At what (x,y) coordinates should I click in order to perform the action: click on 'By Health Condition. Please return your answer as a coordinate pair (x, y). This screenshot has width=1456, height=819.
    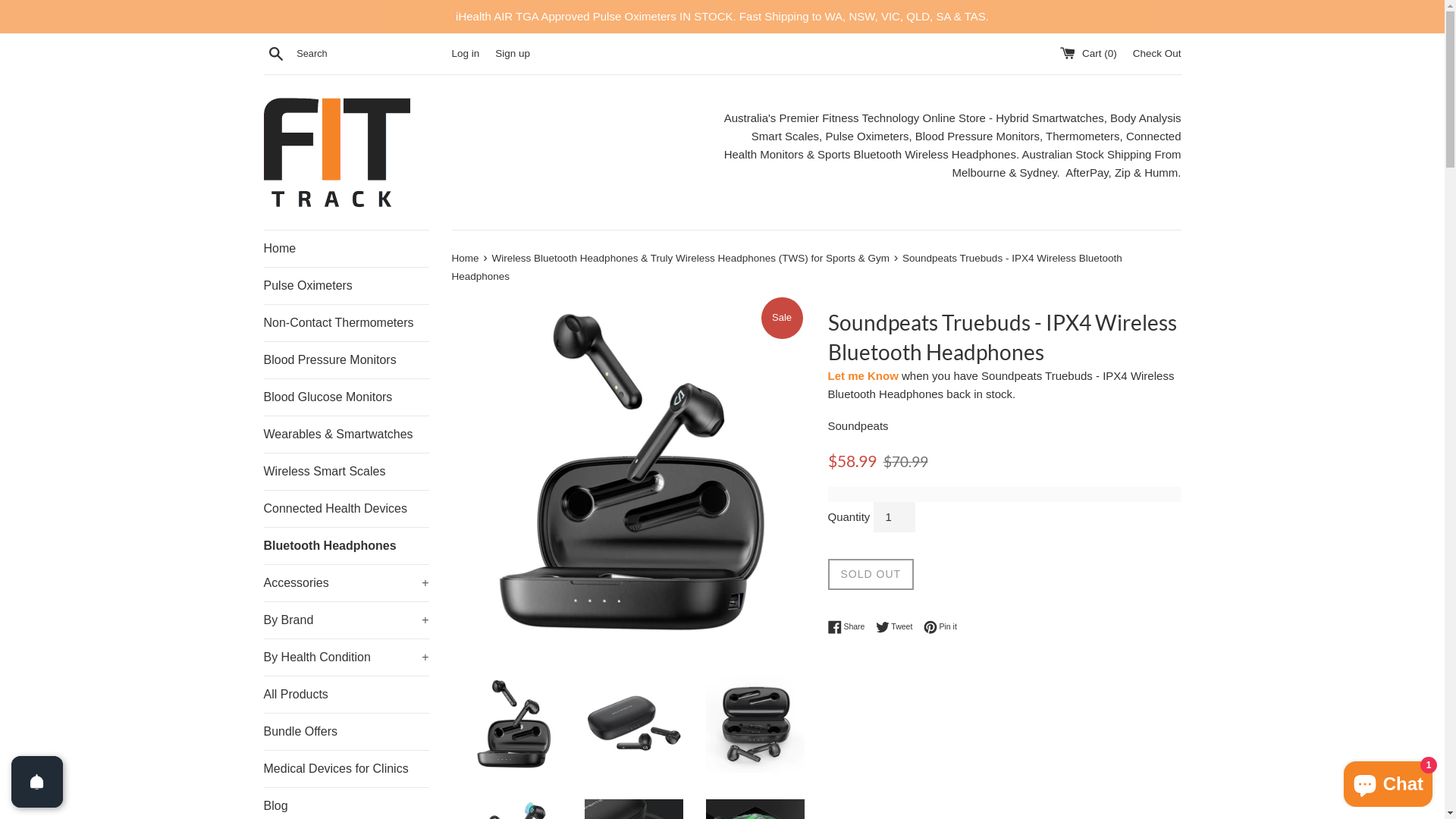
    Looking at the image, I should click on (345, 656).